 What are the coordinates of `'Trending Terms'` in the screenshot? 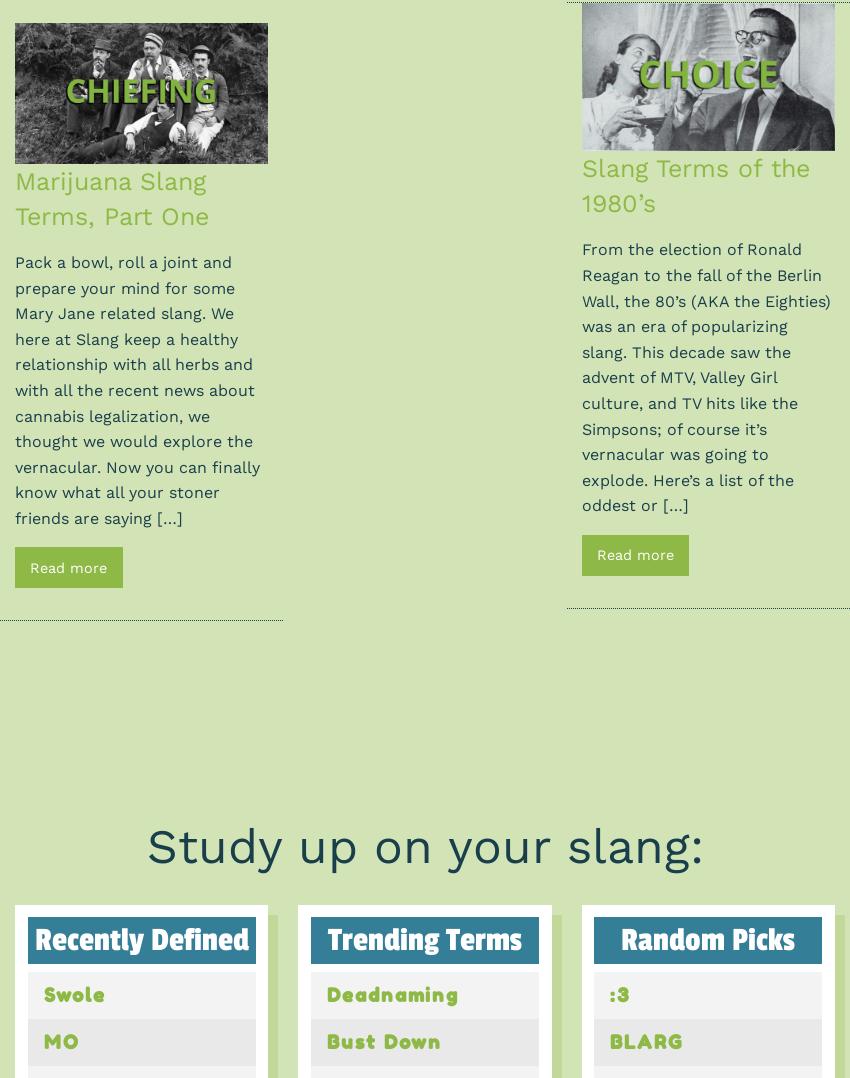 It's located at (326, 939).